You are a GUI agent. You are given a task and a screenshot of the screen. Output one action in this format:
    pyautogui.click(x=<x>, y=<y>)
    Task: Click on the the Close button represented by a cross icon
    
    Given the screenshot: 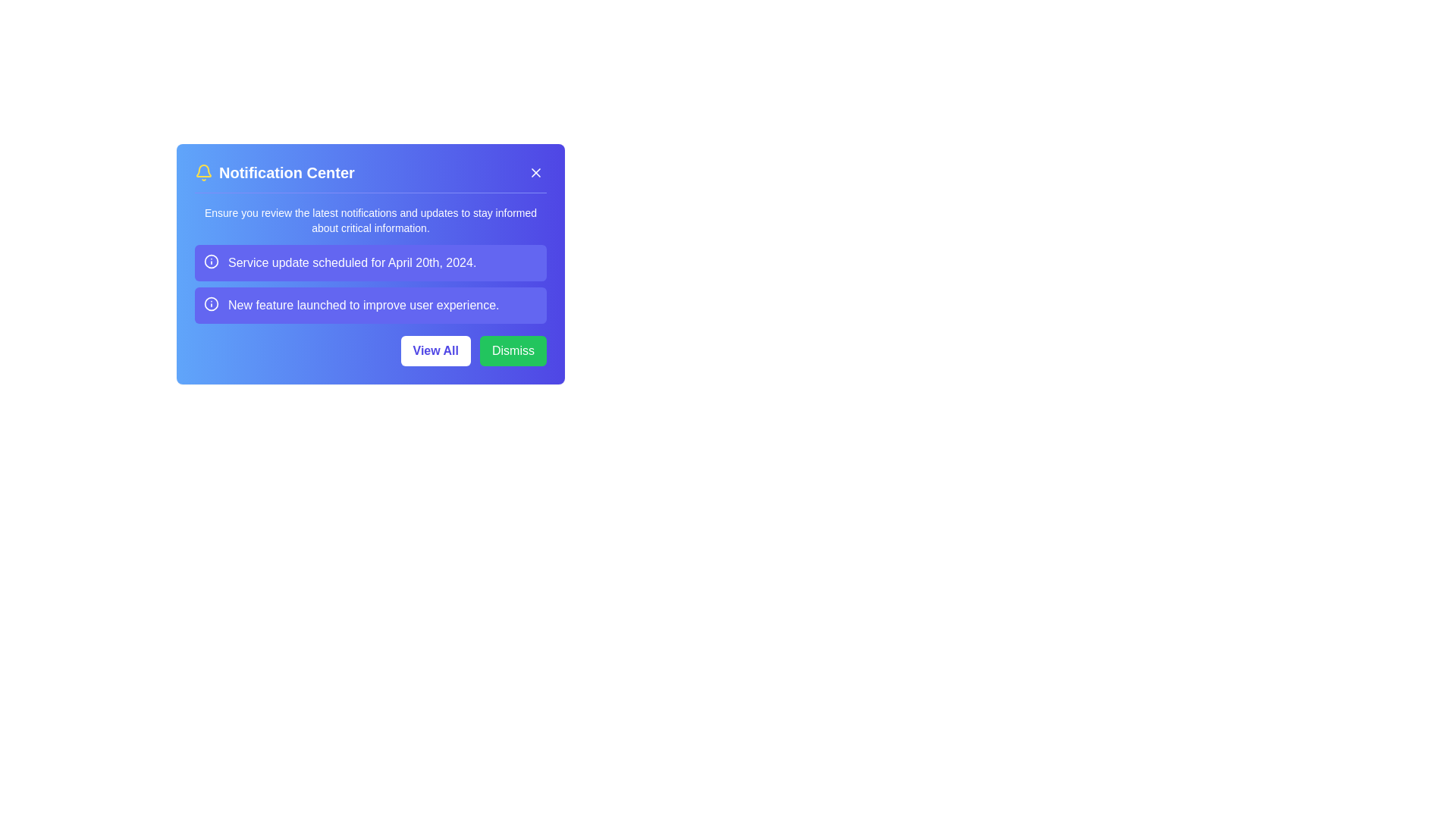 What is the action you would take?
    pyautogui.click(x=535, y=171)
    